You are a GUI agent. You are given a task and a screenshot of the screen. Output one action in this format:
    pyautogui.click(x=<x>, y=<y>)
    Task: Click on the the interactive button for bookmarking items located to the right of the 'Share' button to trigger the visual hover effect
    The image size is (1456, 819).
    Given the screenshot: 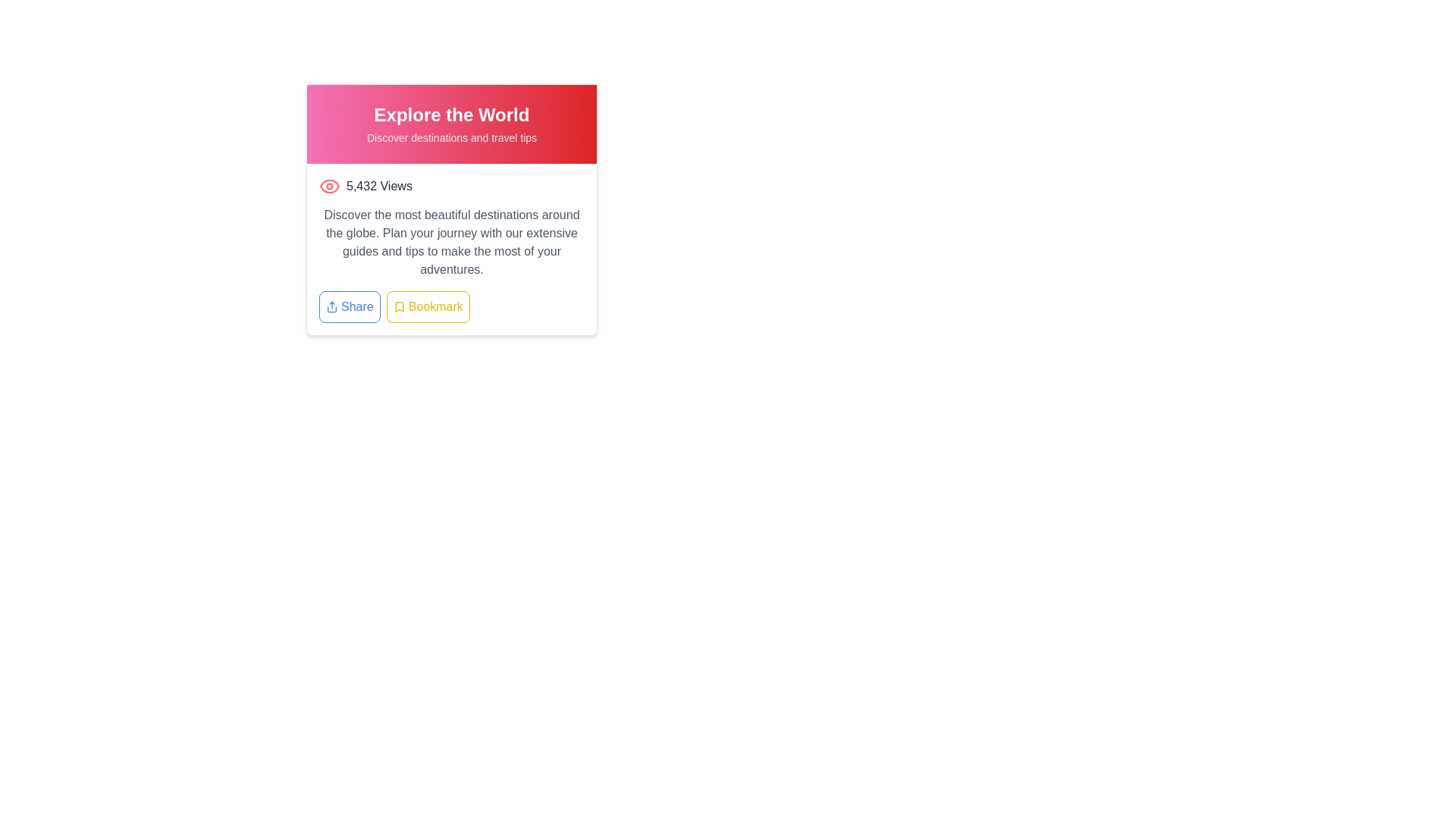 What is the action you would take?
    pyautogui.click(x=427, y=307)
    